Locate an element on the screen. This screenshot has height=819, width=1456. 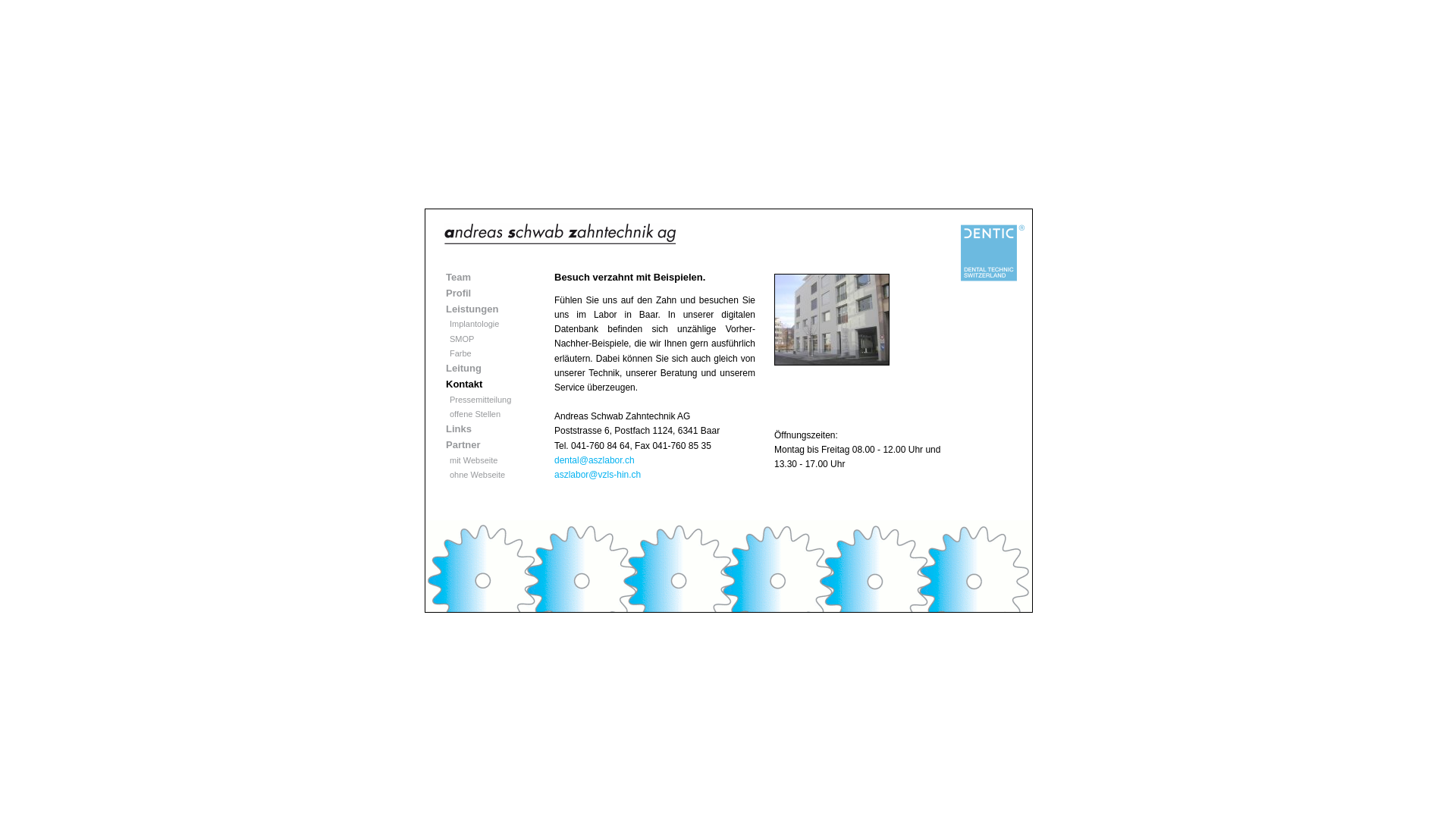
'Kontakt' is located at coordinates (463, 383).